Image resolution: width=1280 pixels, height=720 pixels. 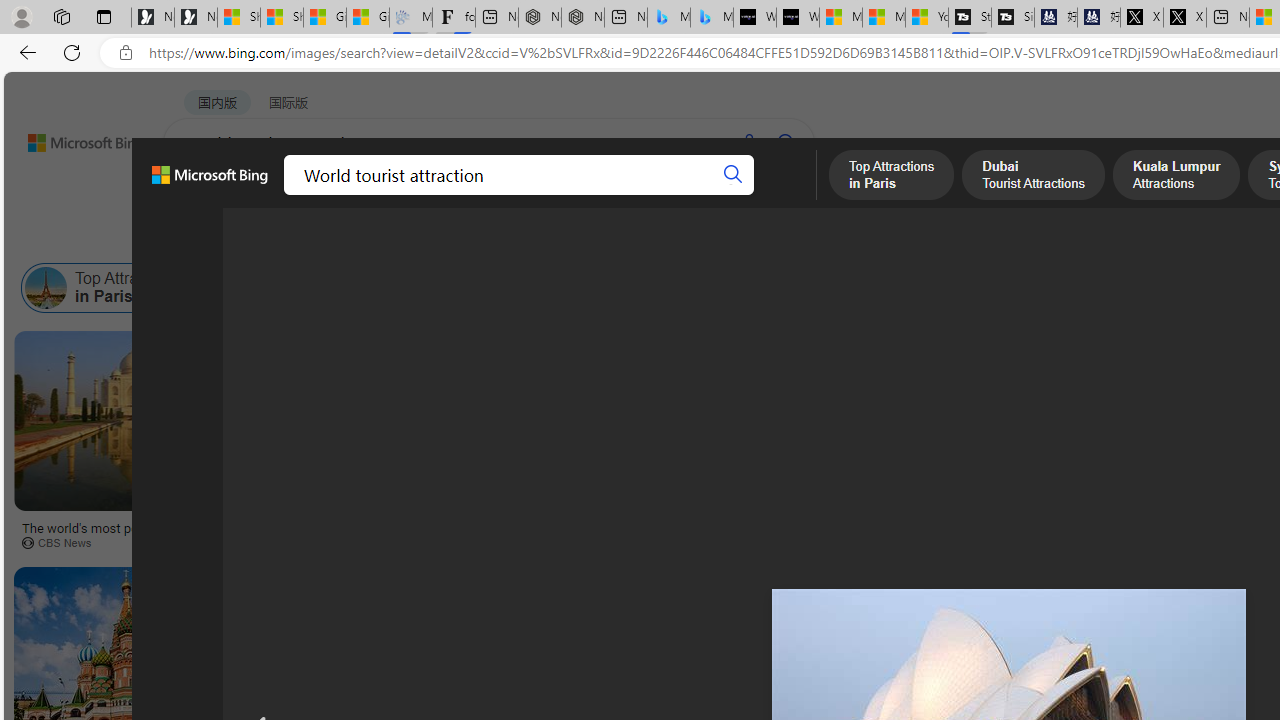 I want to click on 'Newsletter Sign Up', so click(x=196, y=17).